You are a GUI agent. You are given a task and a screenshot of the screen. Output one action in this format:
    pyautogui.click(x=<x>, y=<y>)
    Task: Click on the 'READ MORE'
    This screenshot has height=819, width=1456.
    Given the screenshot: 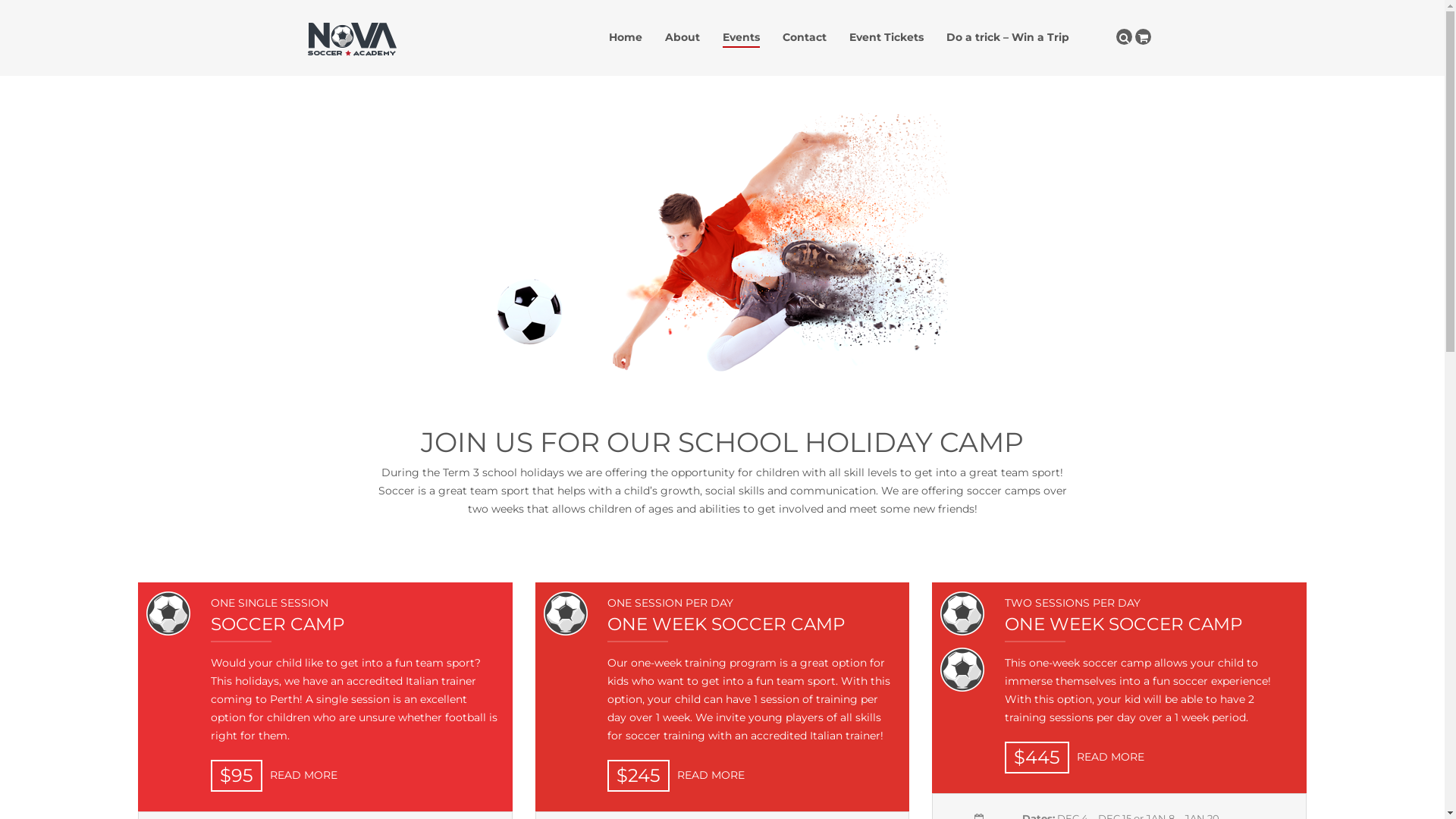 What is the action you would take?
    pyautogui.click(x=1106, y=757)
    